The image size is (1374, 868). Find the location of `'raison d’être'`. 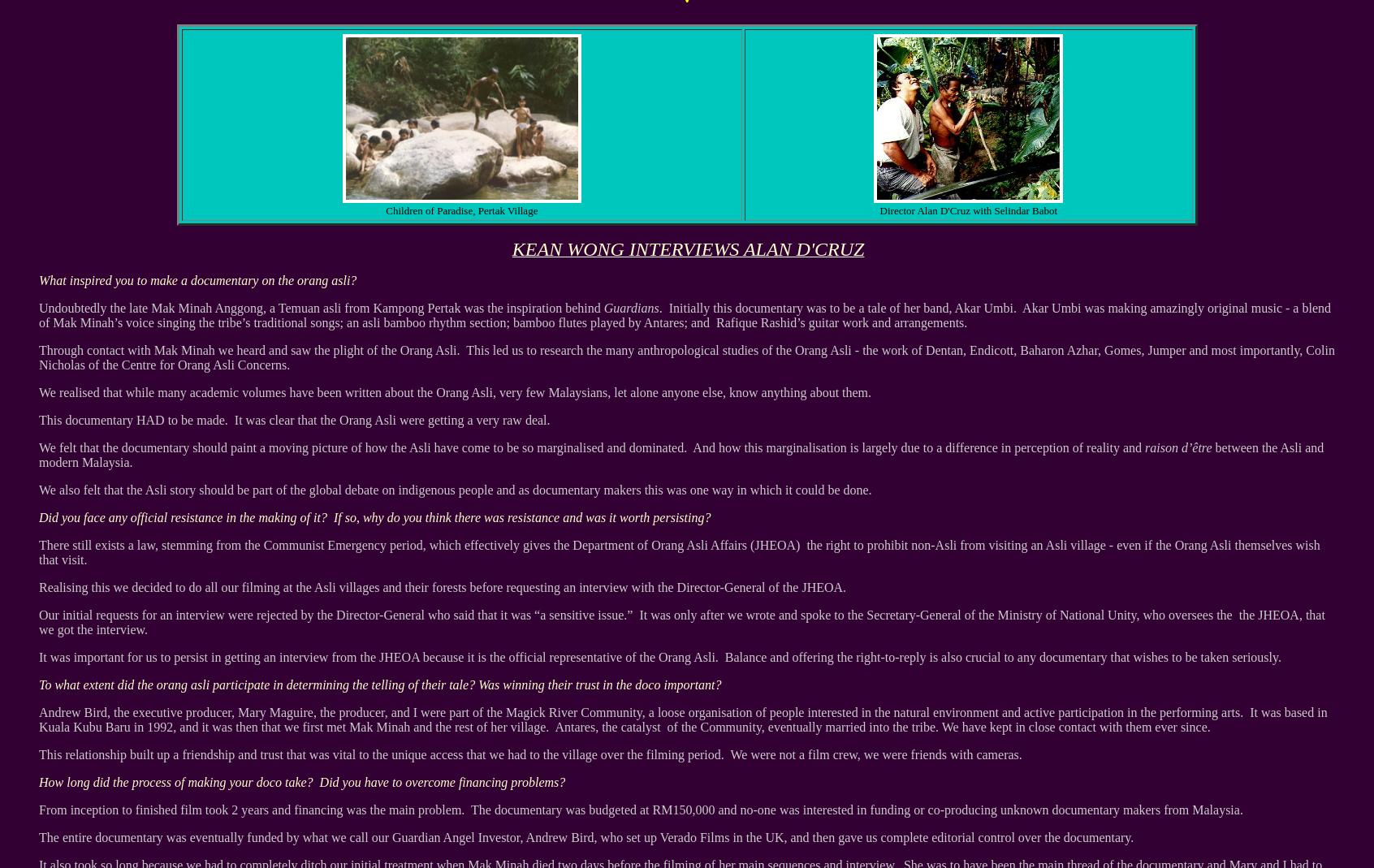

'raison d’être' is located at coordinates (1178, 447).